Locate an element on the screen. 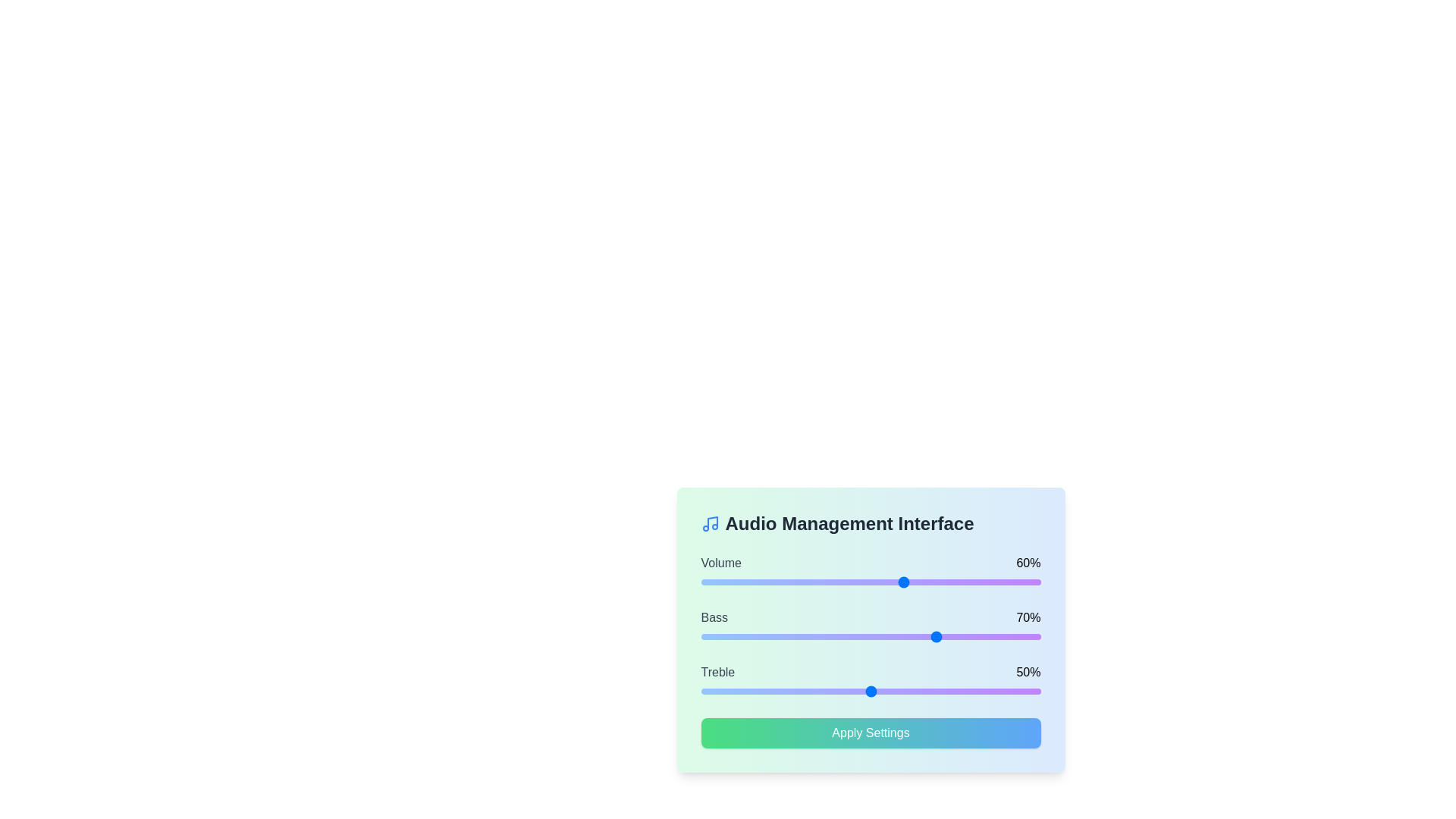 The height and width of the screenshot is (819, 1456). the horizontal slider input with a gradient-colored bar, currently positioned at approximately 70% of its length, below the label 'Bass' and the percentage value '70%' is located at coordinates (871, 637).